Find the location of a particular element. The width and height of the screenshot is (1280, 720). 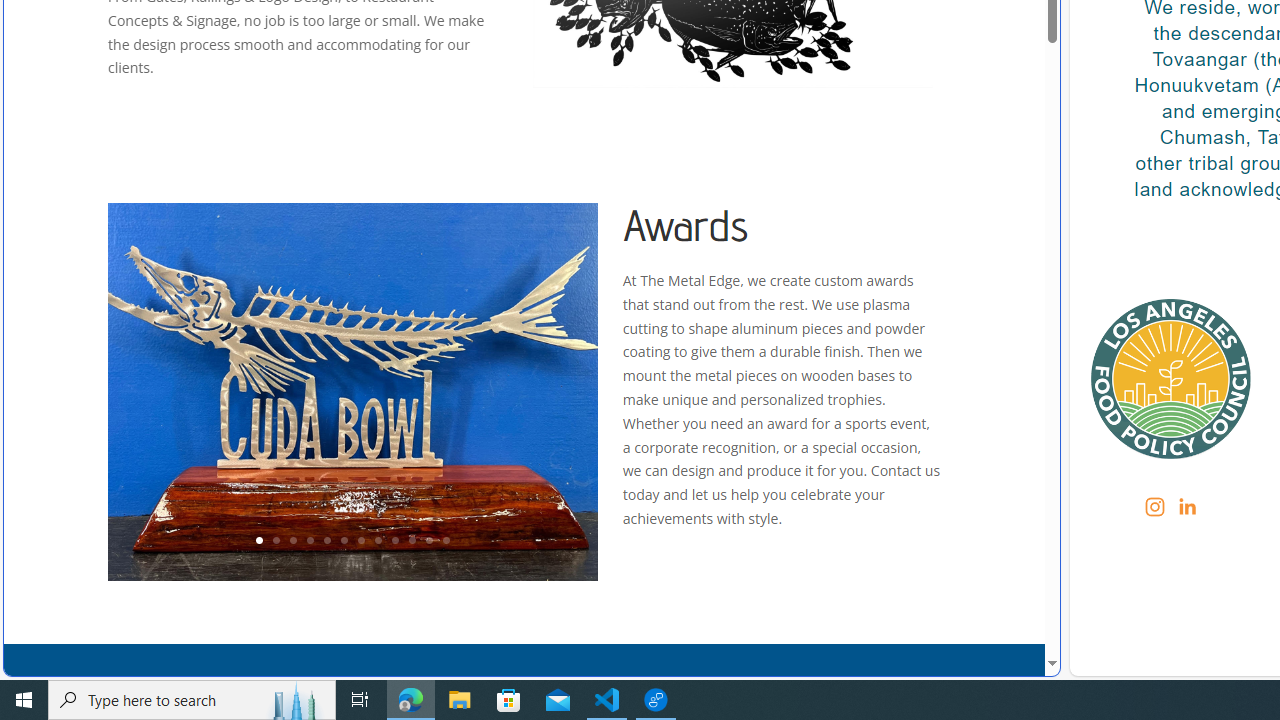

'Instagram' is located at coordinates (1155, 505).